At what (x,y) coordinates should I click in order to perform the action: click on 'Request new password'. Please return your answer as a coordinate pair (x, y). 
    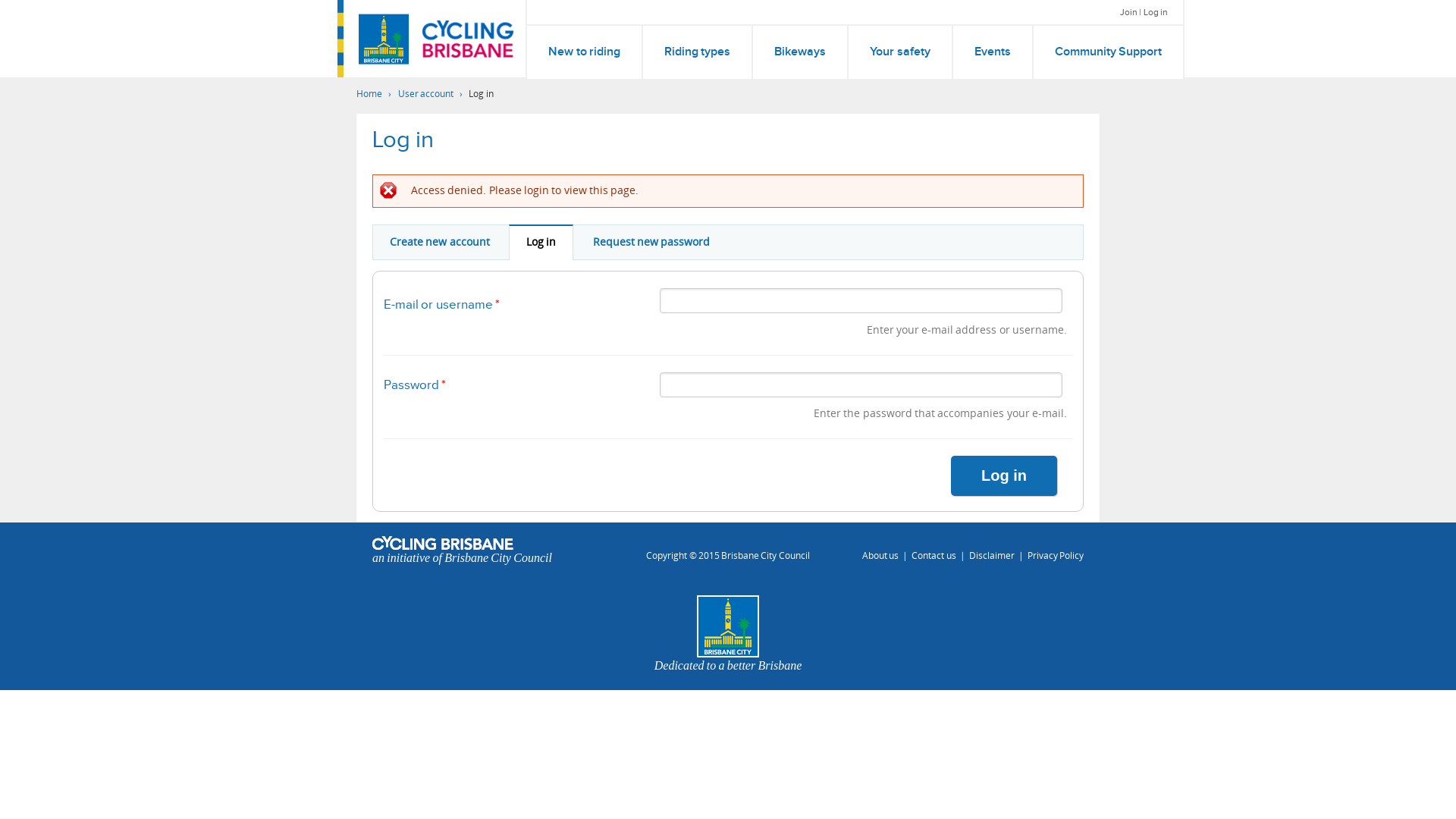
    Looking at the image, I should click on (651, 242).